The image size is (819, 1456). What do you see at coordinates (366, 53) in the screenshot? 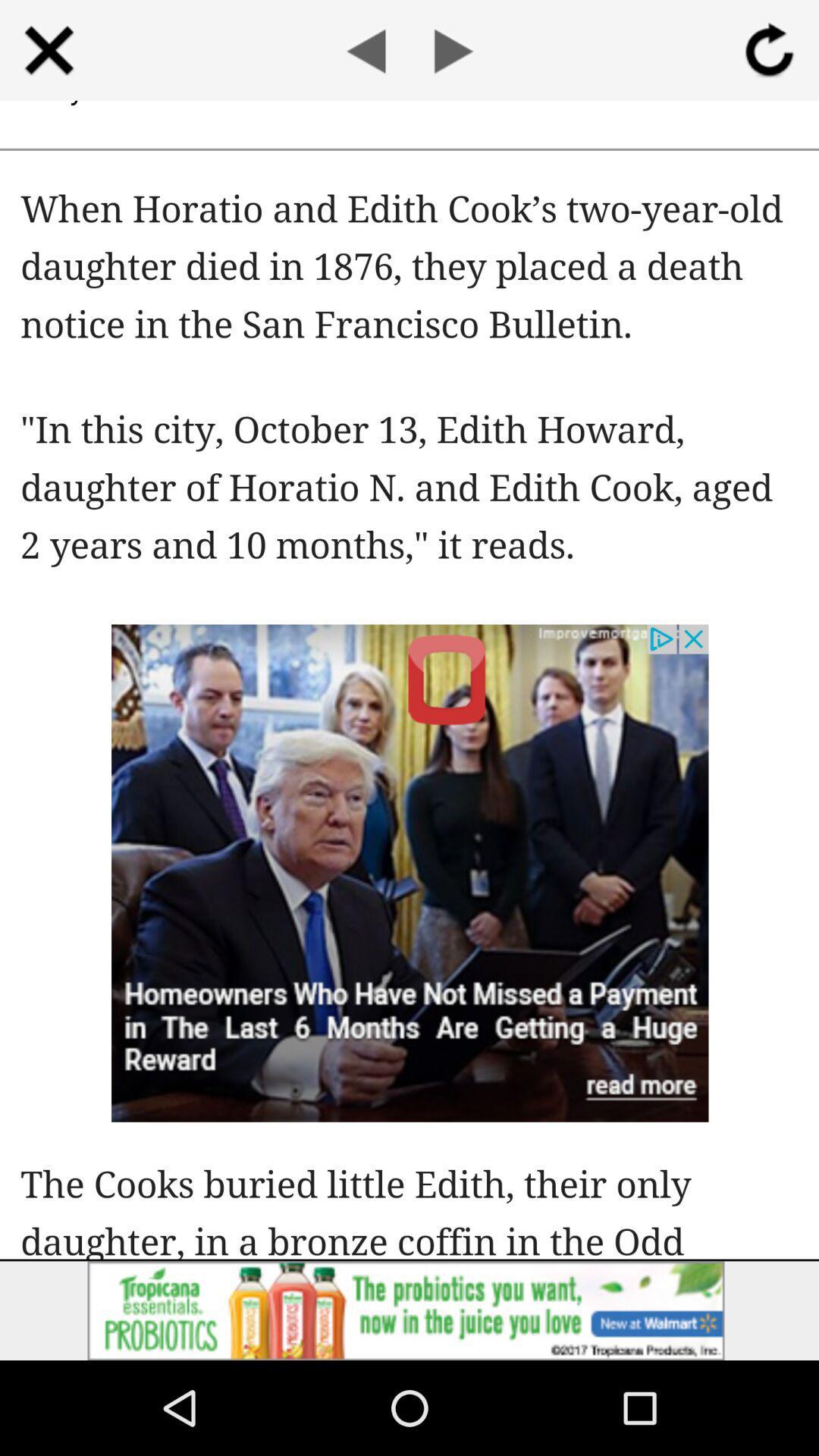
I see `the arrow_backward icon` at bounding box center [366, 53].